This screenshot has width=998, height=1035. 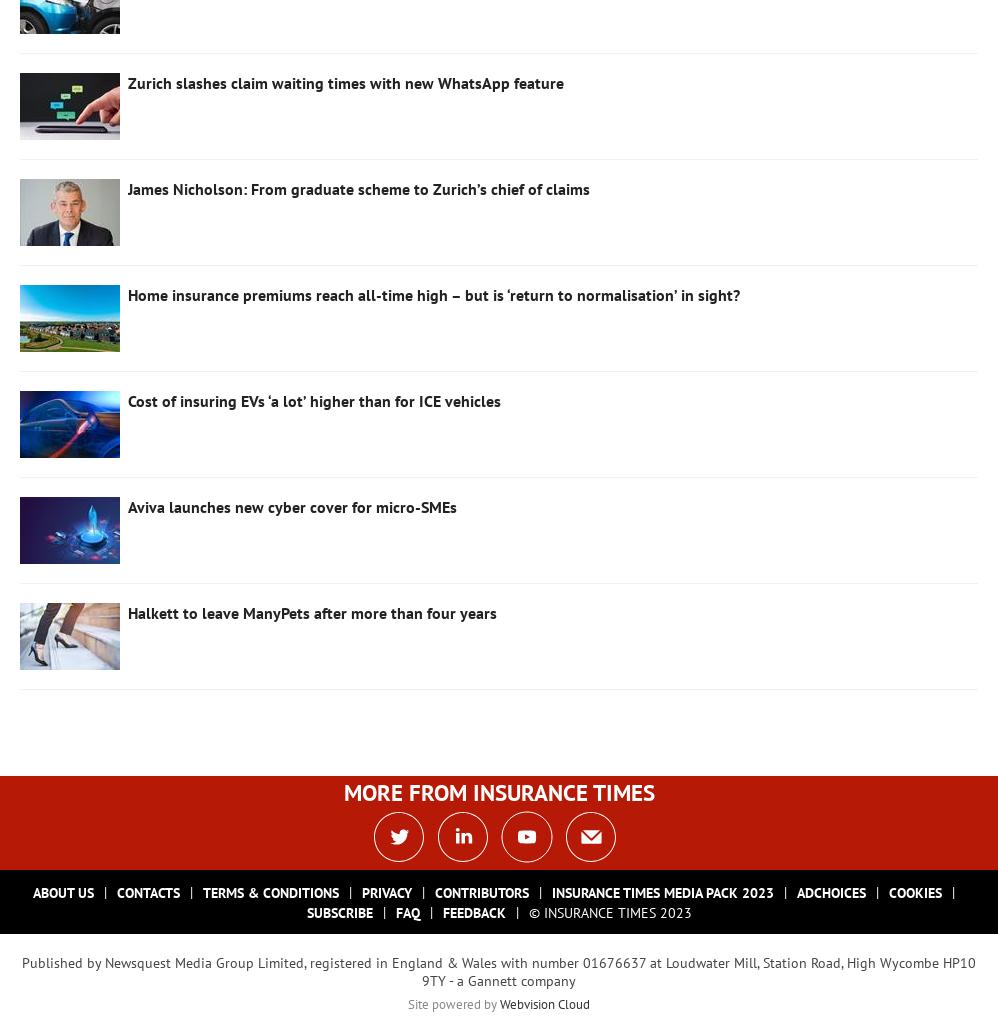 What do you see at coordinates (116, 891) in the screenshot?
I see `'Contacts'` at bounding box center [116, 891].